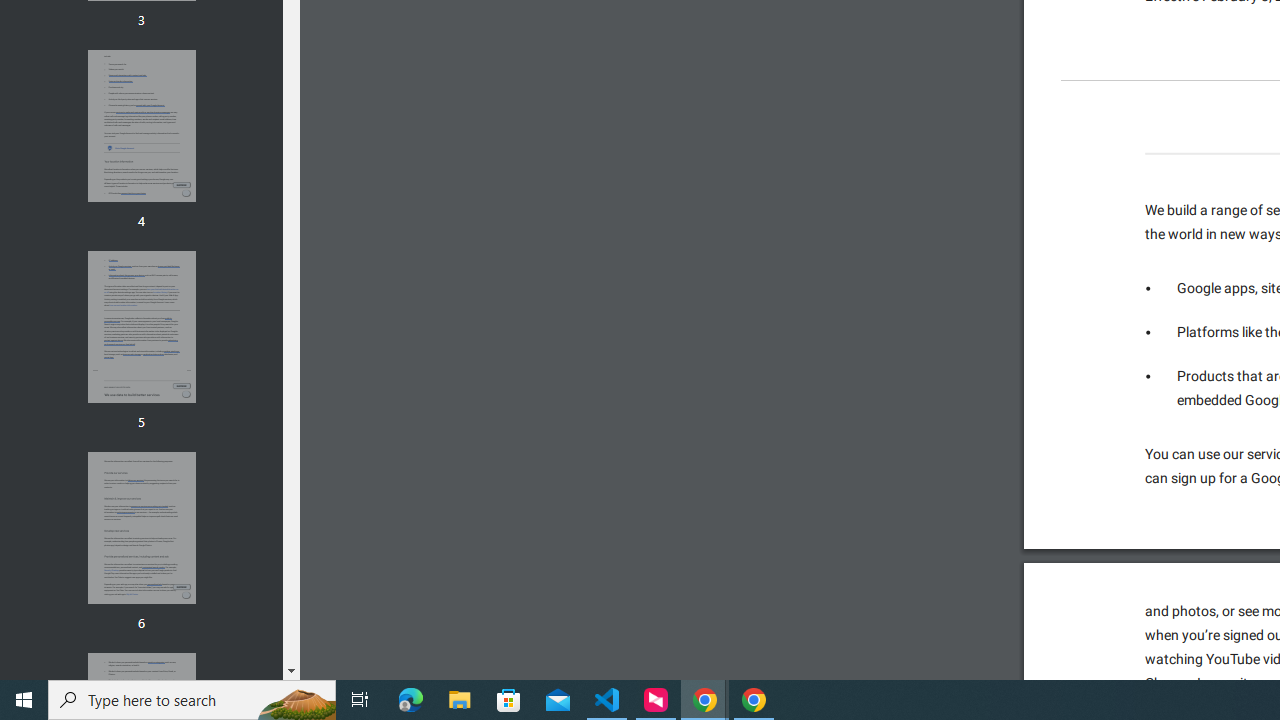 This screenshot has height=720, width=1280. Describe the element at coordinates (140, 126) in the screenshot. I see `'Thumbnail for page 4'` at that location.